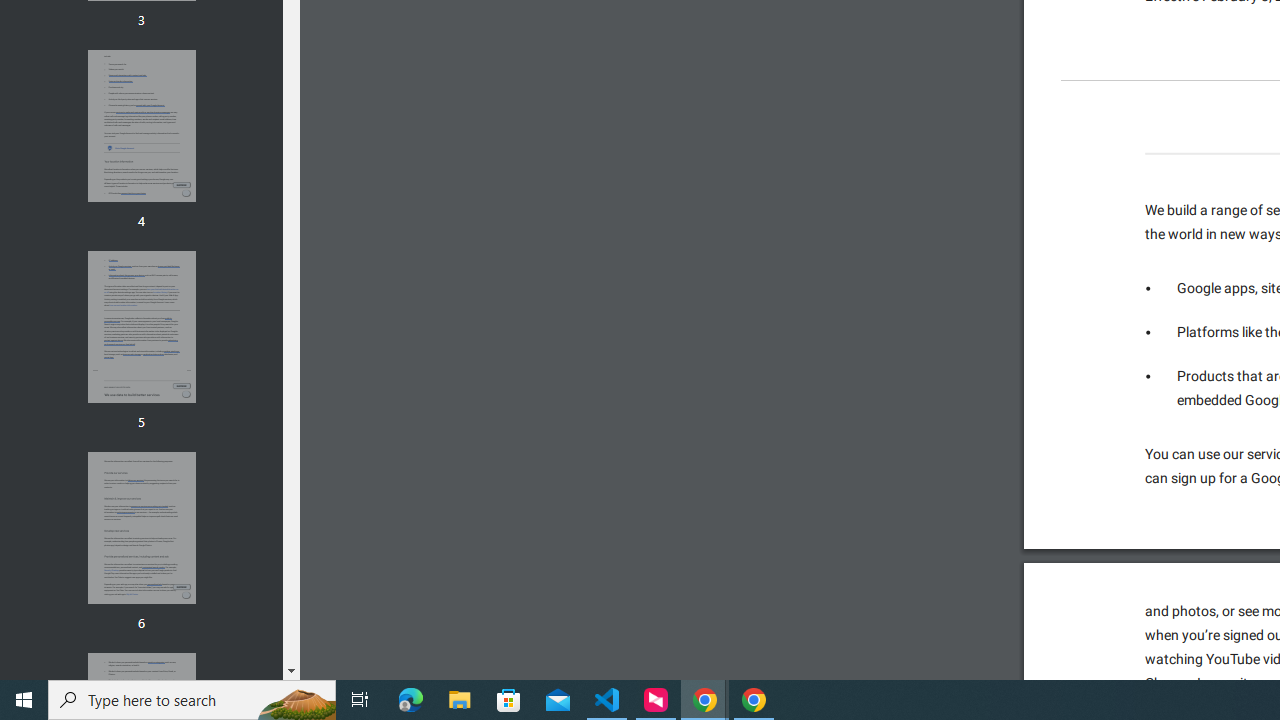 This screenshot has height=720, width=1280. Describe the element at coordinates (140, 126) in the screenshot. I see `'Thumbnail for page 4'` at that location.